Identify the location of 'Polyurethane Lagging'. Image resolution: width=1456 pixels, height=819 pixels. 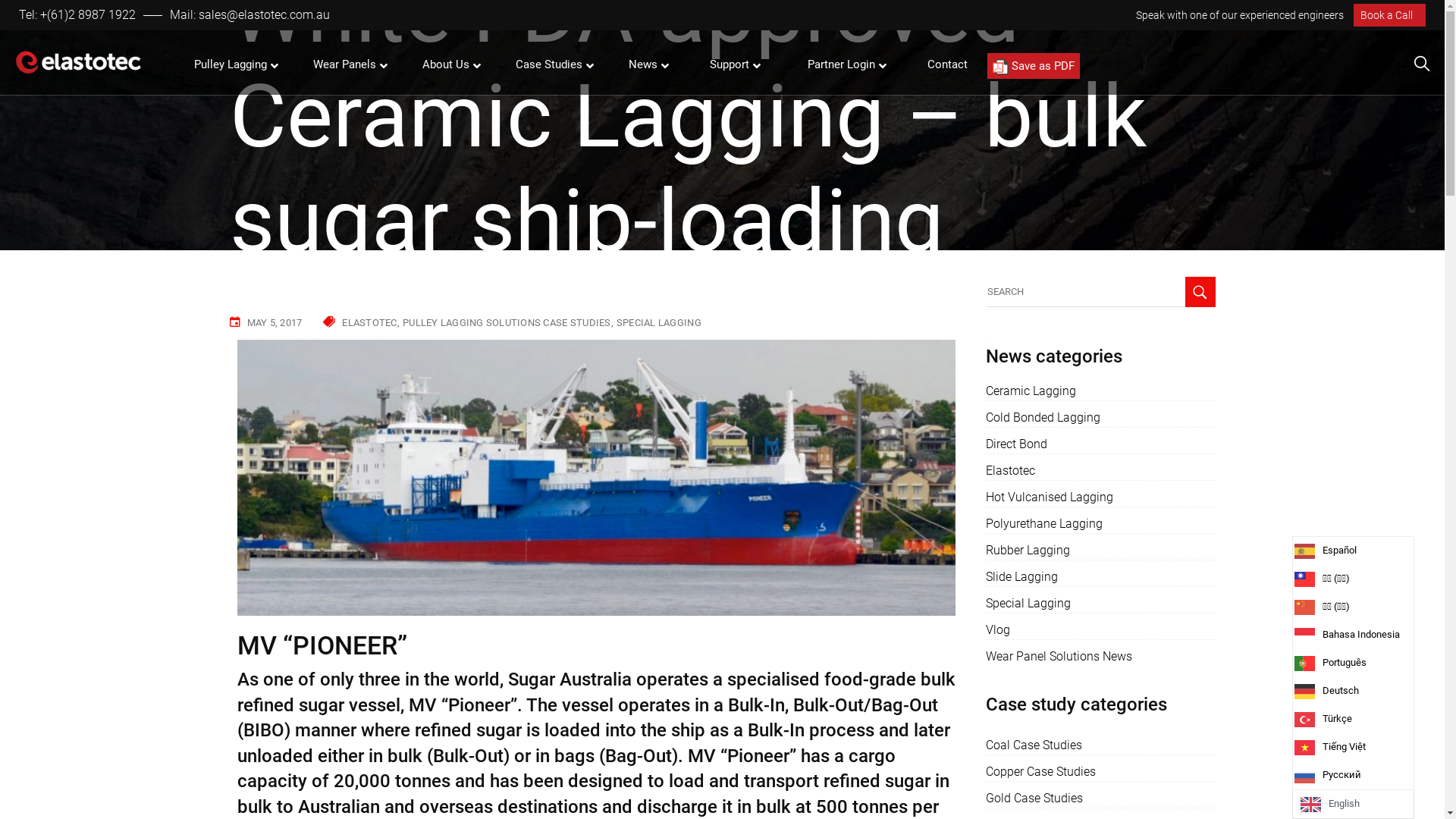
(1043, 522).